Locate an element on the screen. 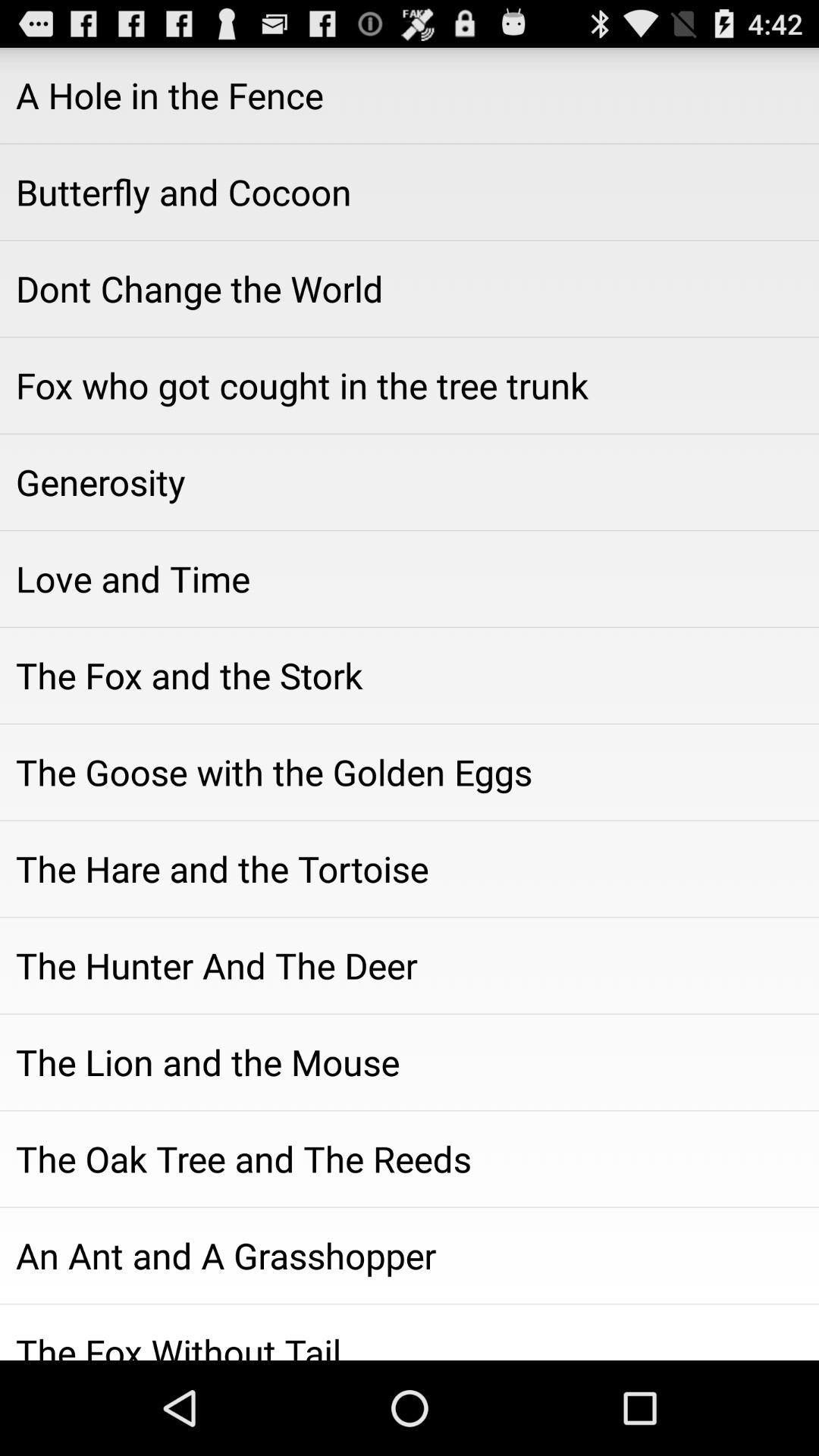 Image resolution: width=819 pixels, height=1456 pixels. icon above the dont change the icon is located at coordinates (409, 191).